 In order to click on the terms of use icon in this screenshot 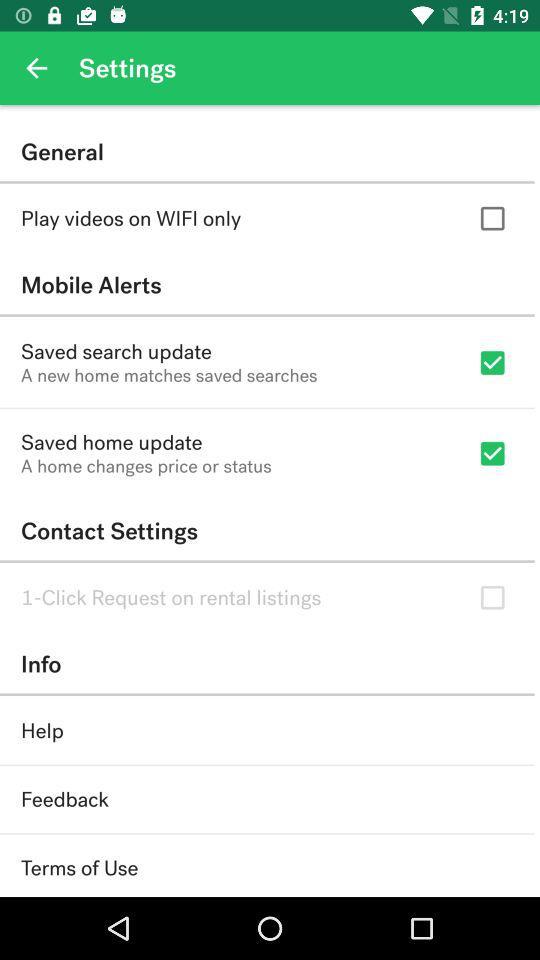, I will do `click(78, 867)`.